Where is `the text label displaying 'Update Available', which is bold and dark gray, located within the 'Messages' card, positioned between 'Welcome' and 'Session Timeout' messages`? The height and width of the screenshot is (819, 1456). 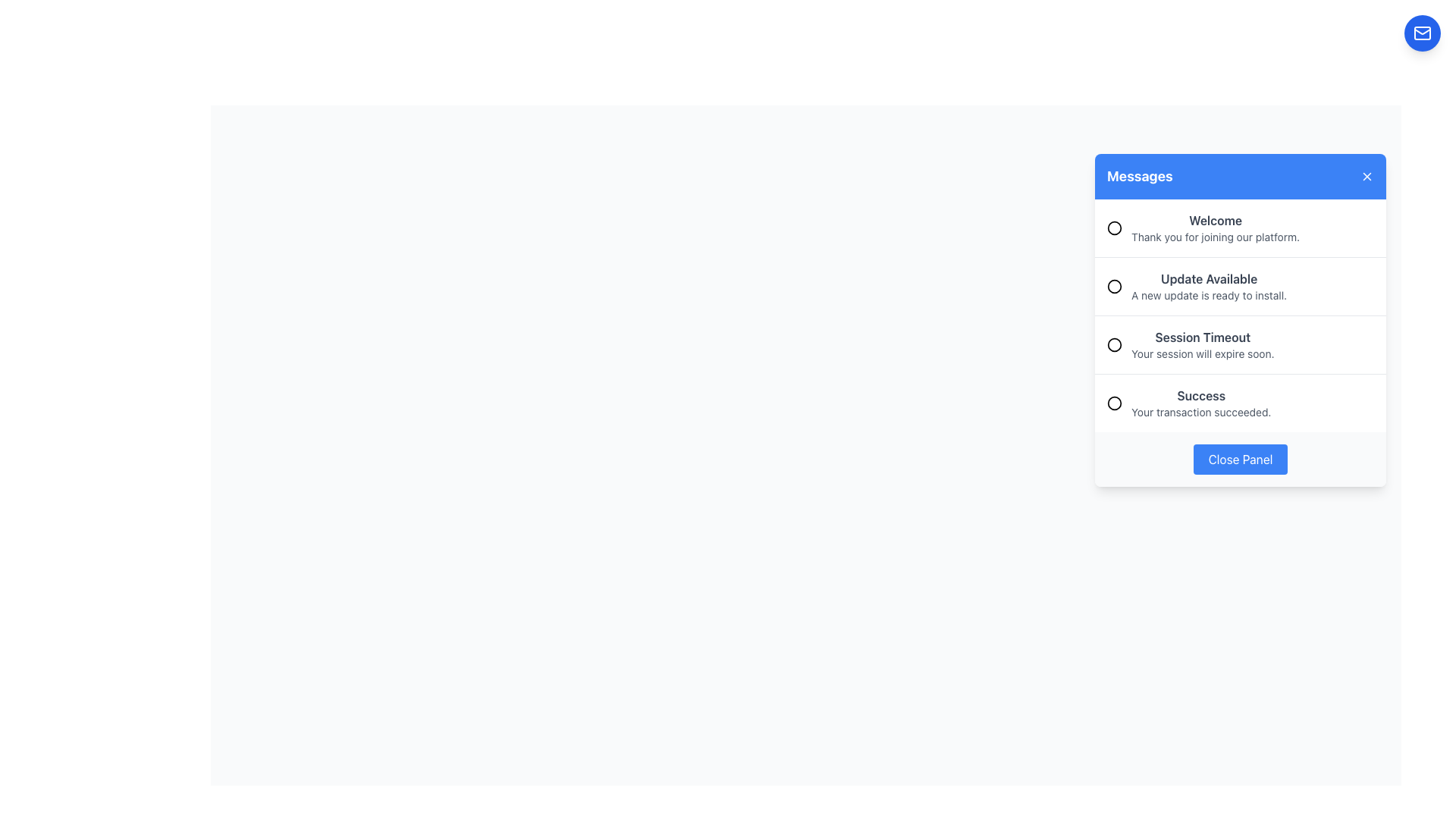 the text label displaying 'Update Available', which is bold and dark gray, located within the 'Messages' card, positioned between 'Welcome' and 'Session Timeout' messages is located at coordinates (1208, 278).